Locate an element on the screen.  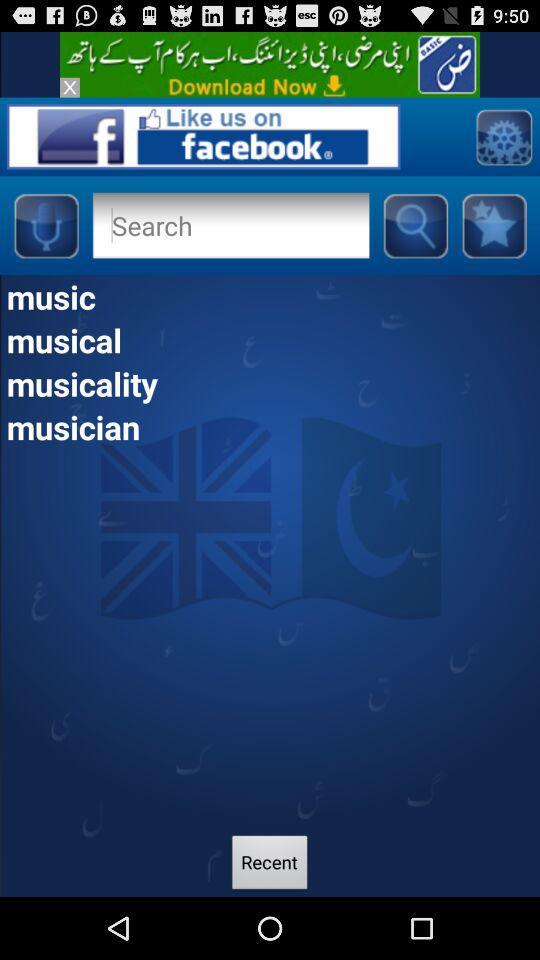
the pop up which is at the top is located at coordinates (270, 64).